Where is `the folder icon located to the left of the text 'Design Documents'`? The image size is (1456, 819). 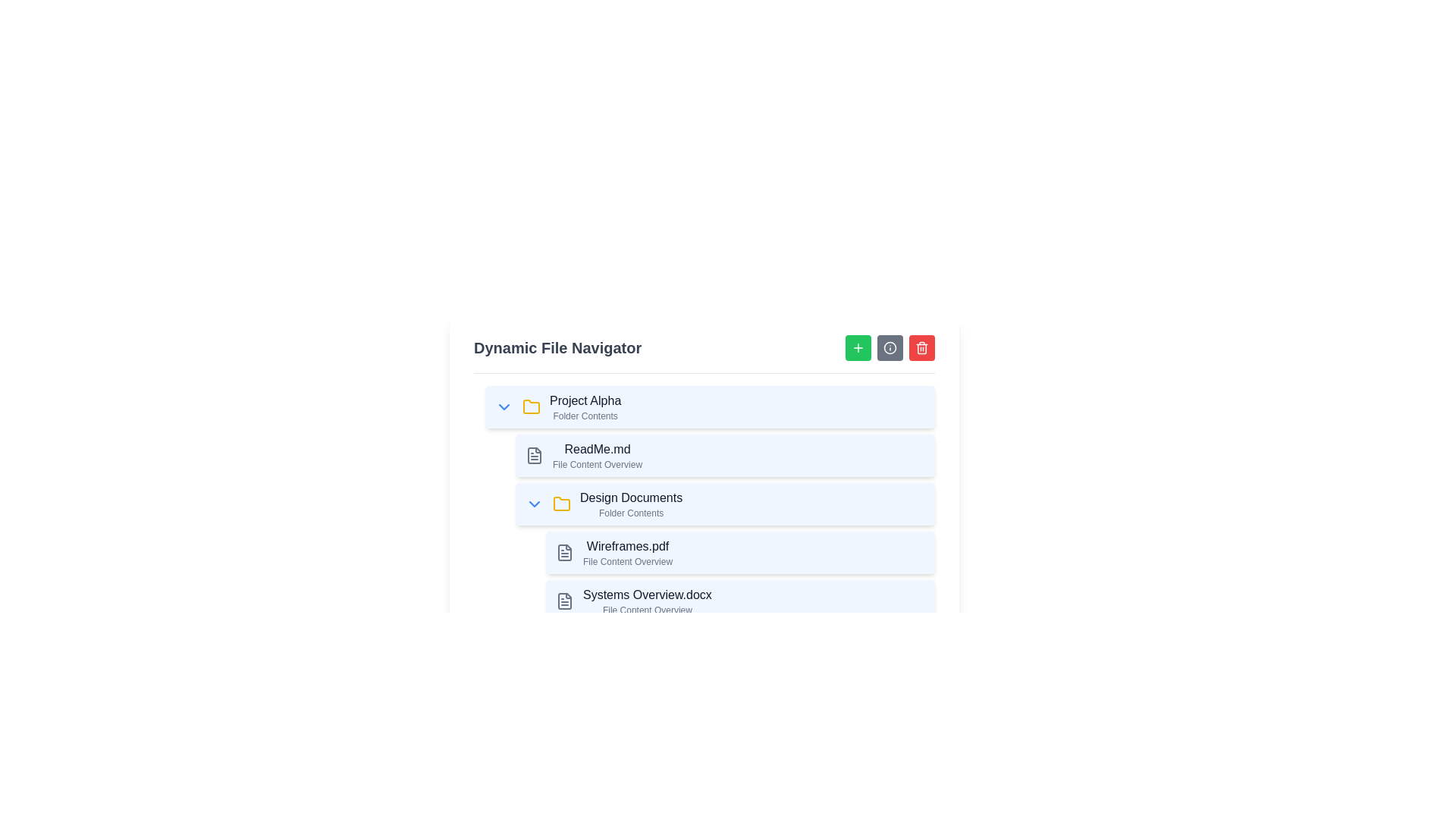 the folder icon located to the left of the text 'Design Documents' is located at coordinates (560, 503).